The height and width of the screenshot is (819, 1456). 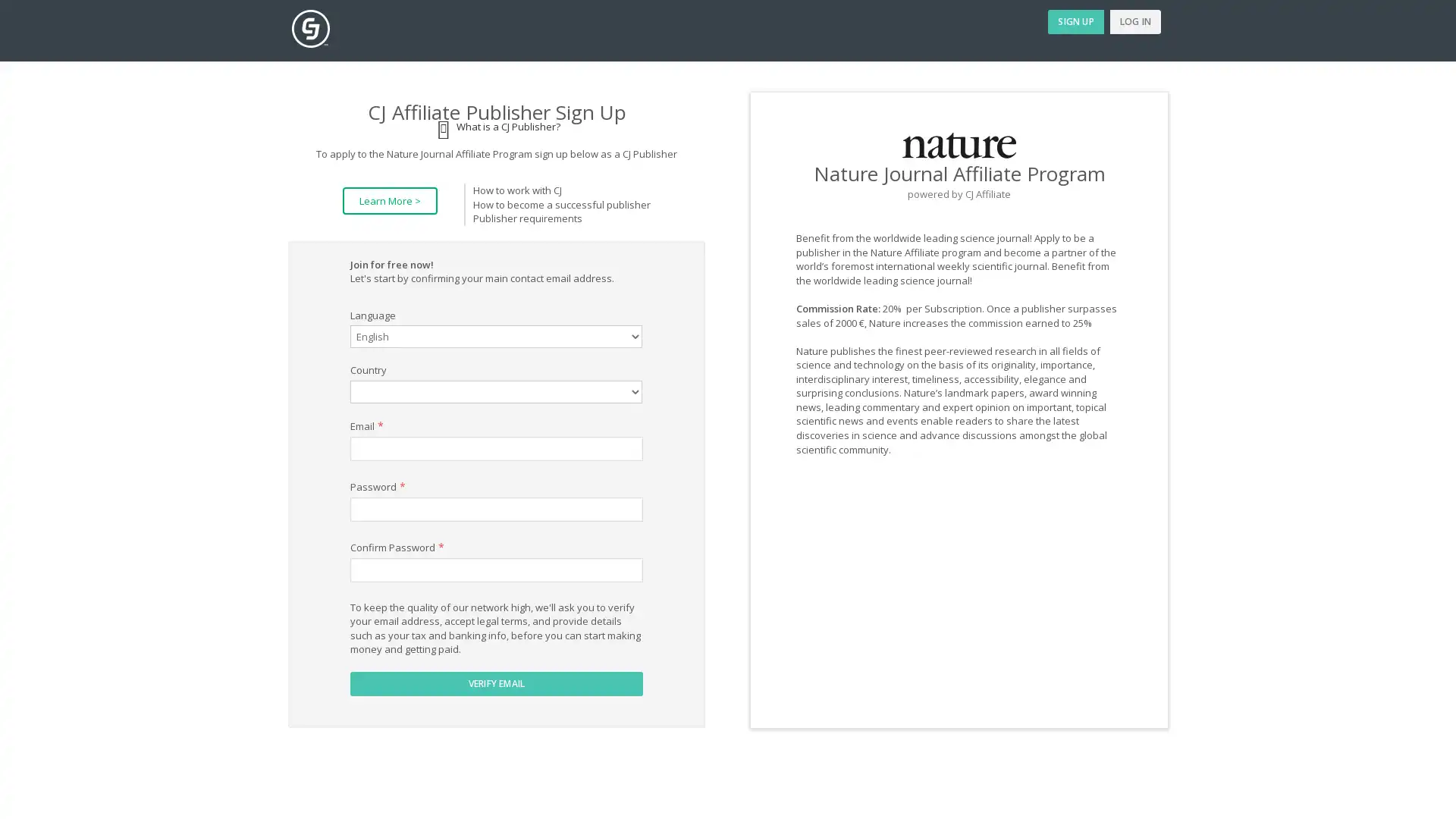 I want to click on Learn More >, so click(x=390, y=200).